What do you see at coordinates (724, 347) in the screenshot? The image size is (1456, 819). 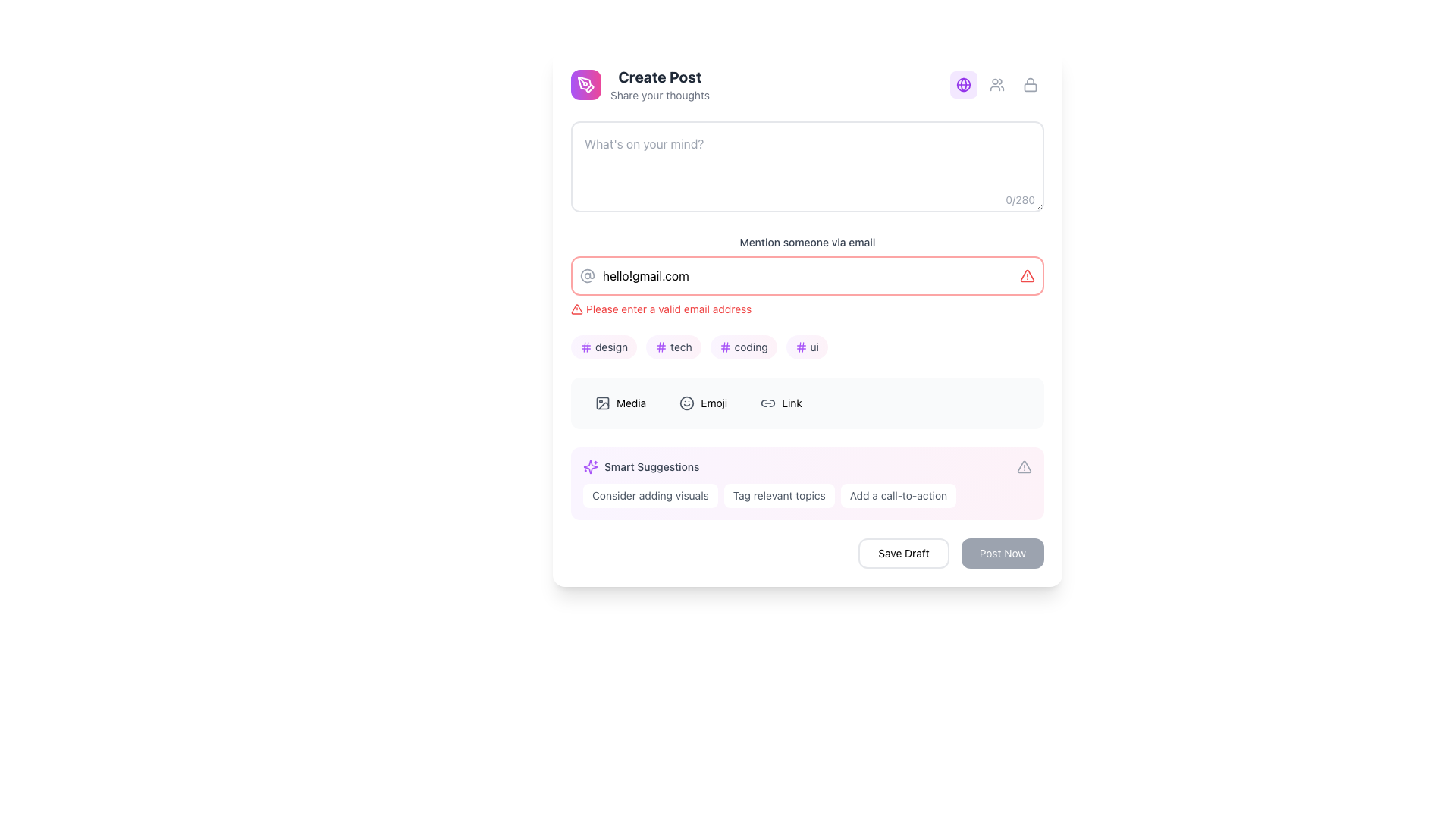 I see `the hash icon located inside the 'coding' button, which is positioned in the second row of tags under the invalid email message` at bounding box center [724, 347].